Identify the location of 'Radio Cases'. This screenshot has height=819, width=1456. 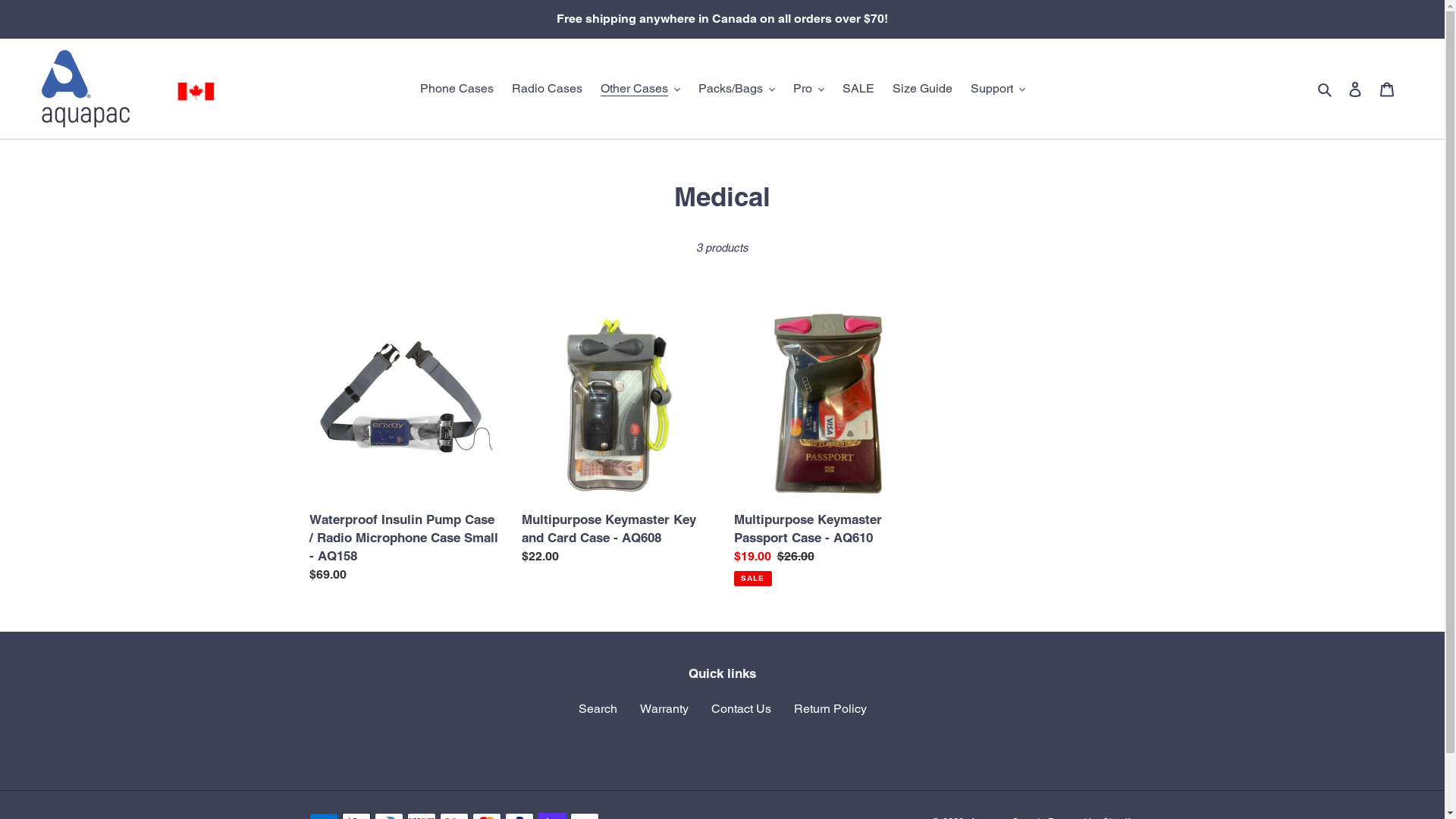
(546, 88).